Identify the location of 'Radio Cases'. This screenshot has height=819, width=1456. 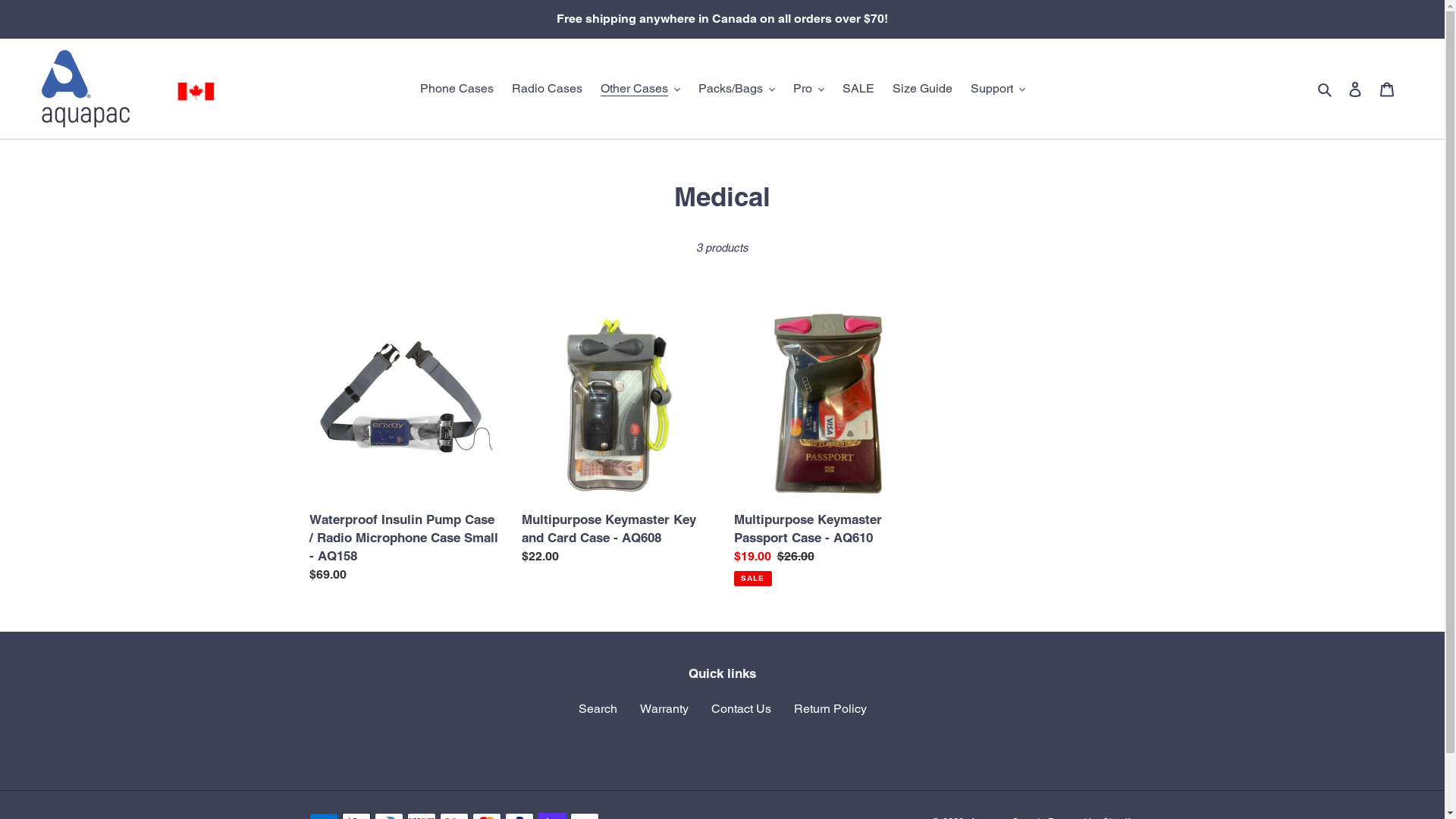
(546, 88).